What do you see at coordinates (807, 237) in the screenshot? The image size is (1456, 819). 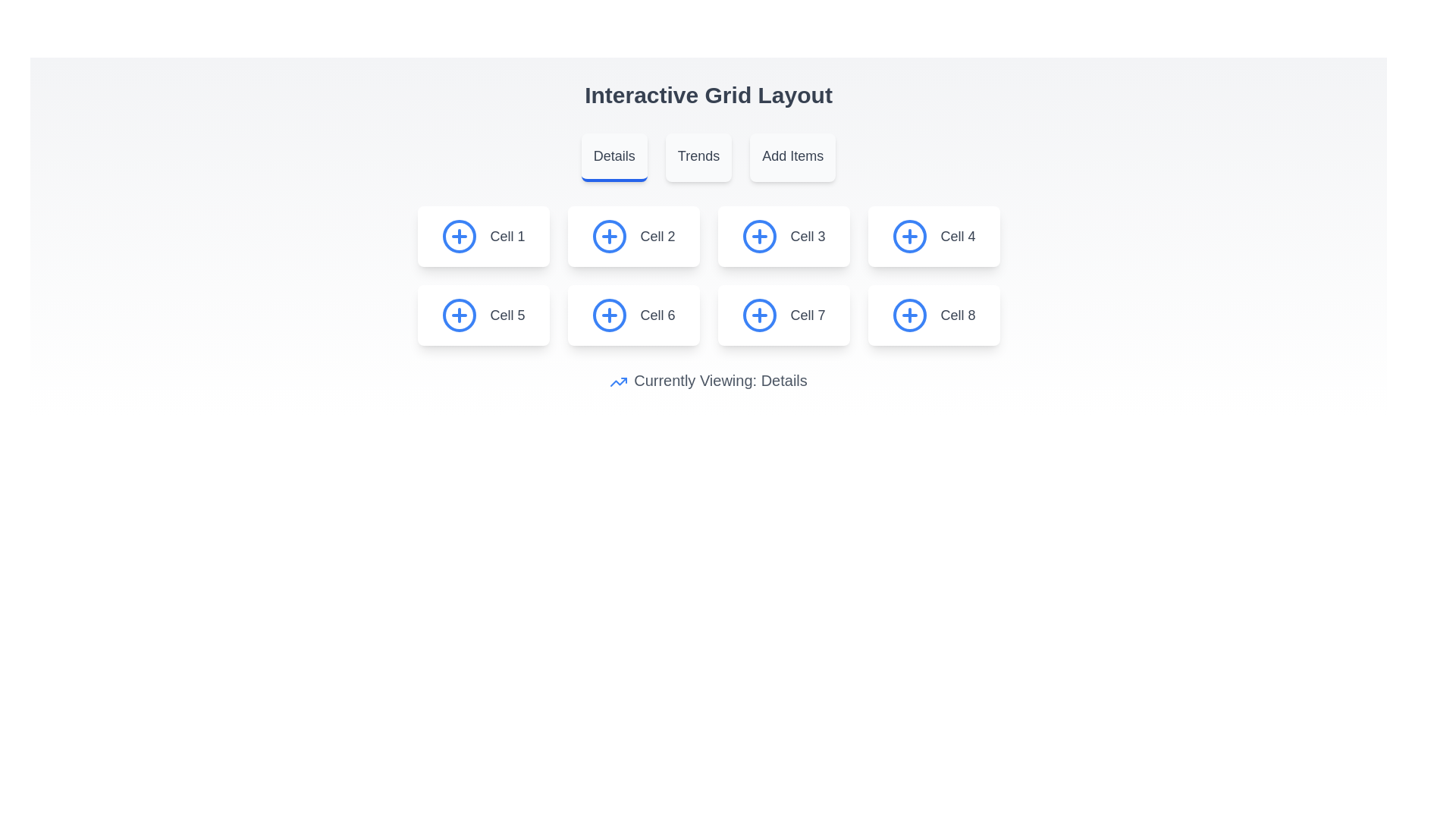 I see `the Static Text Label displaying 'Cell 3' which is styled with a large gray font and located within a light background card in the top row of a grid layout` at bounding box center [807, 237].